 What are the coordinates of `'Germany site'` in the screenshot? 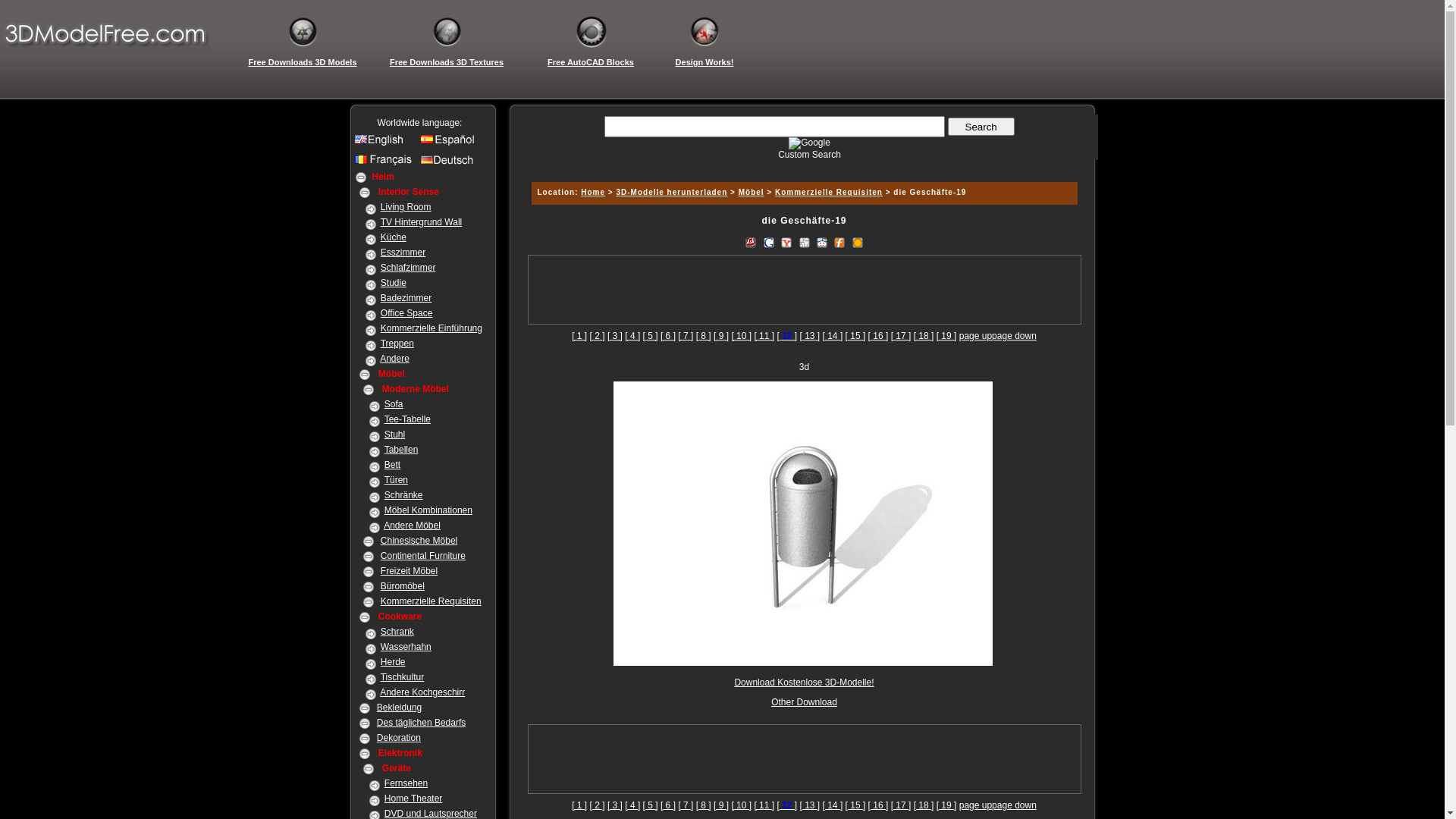 It's located at (450, 164).